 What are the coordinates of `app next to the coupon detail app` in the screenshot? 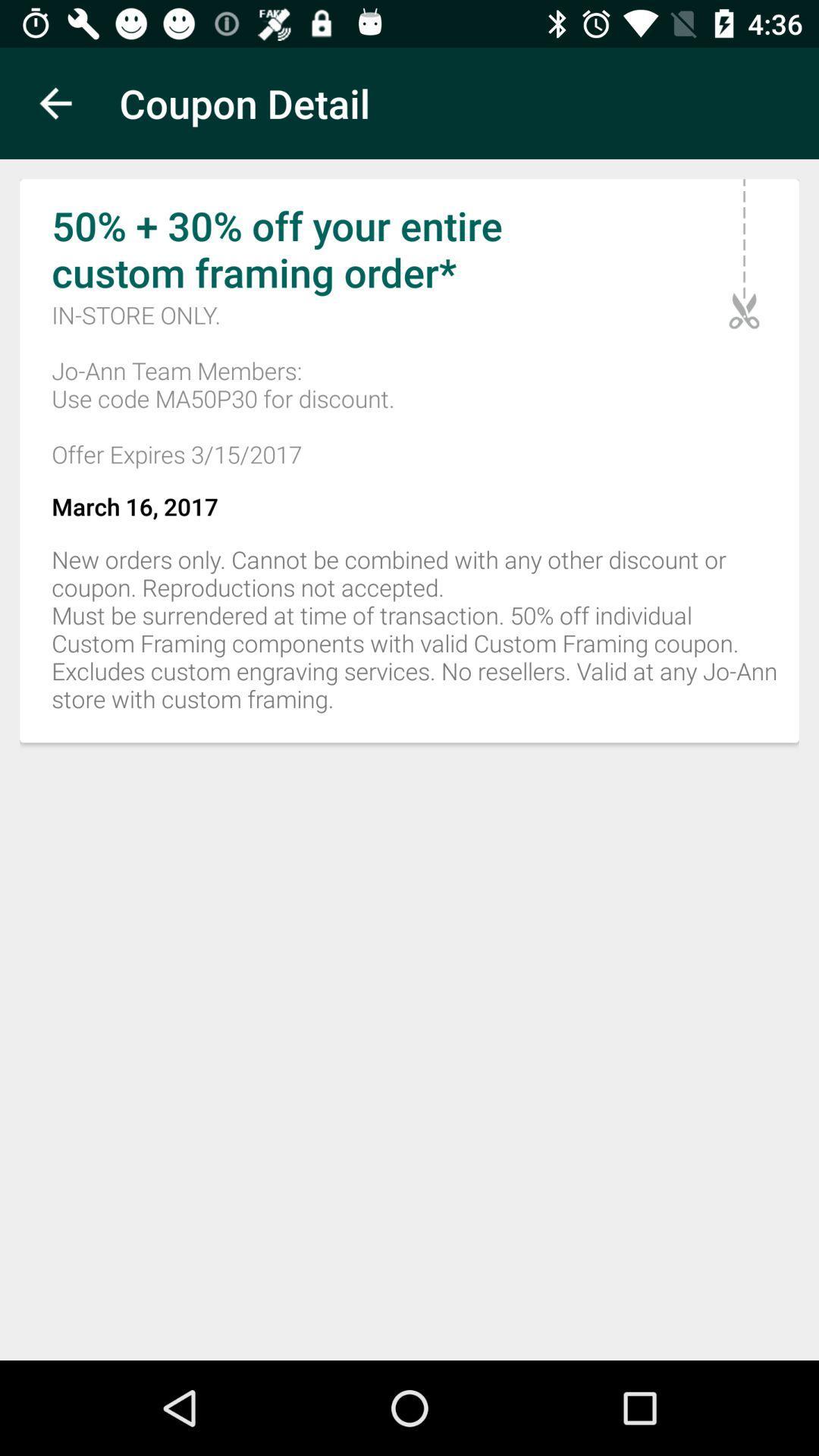 It's located at (55, 102).